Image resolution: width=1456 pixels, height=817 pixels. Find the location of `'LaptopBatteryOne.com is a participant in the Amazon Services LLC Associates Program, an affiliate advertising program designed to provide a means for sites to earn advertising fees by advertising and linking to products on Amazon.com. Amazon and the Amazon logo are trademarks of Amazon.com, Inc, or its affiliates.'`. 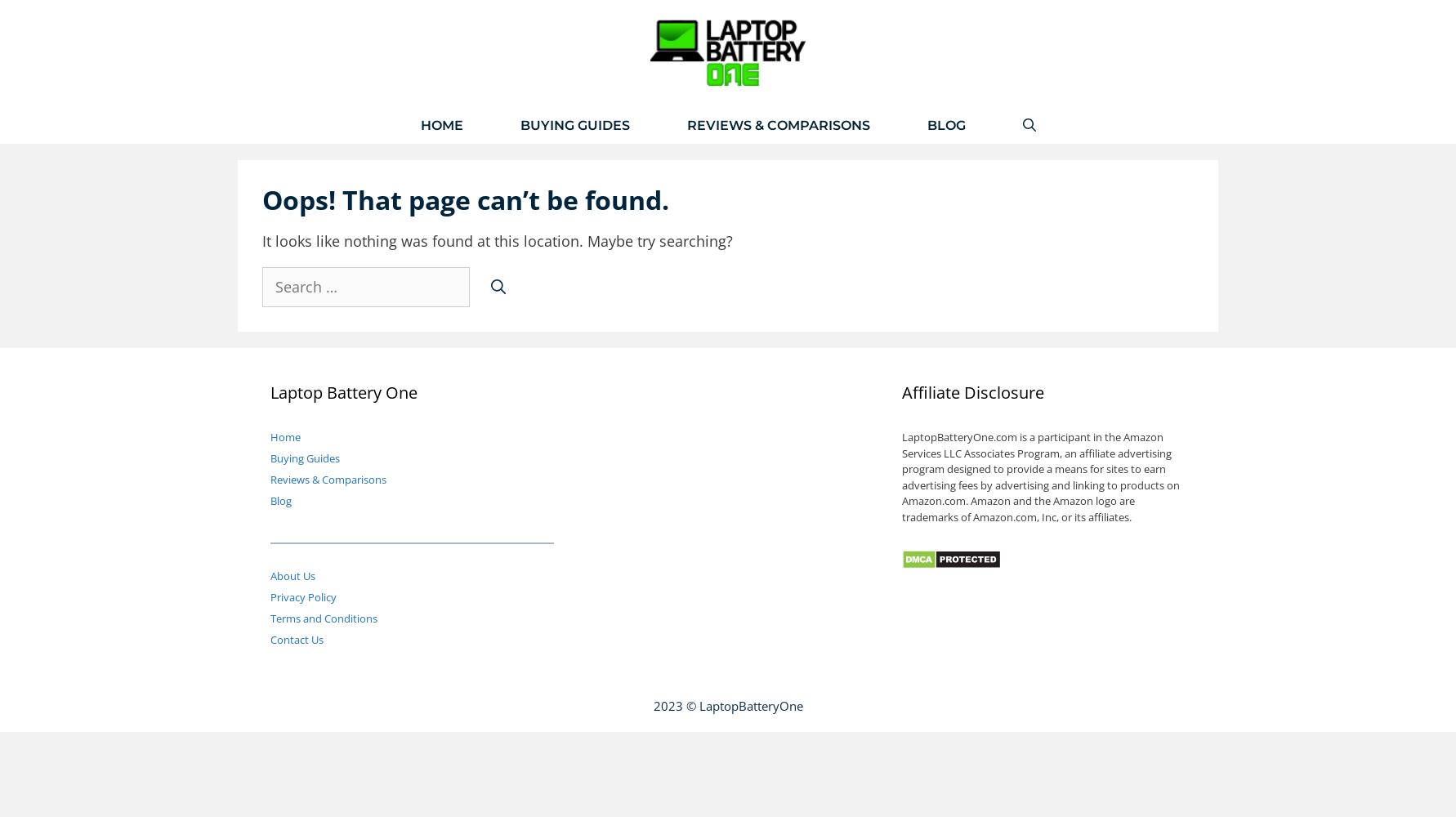

'LaptopBatteryOne.com is a participant in the Amazon Services LLC Associates Program, an affiliate advertising program designed to provide a means for sites to earn advertising fees by advertising and linking to products on Amazon.com. Amazon and the Amazon logo are trademarks of Amazon.com, Inc, or its affiliates.' is located at coordinates (1040, 475).